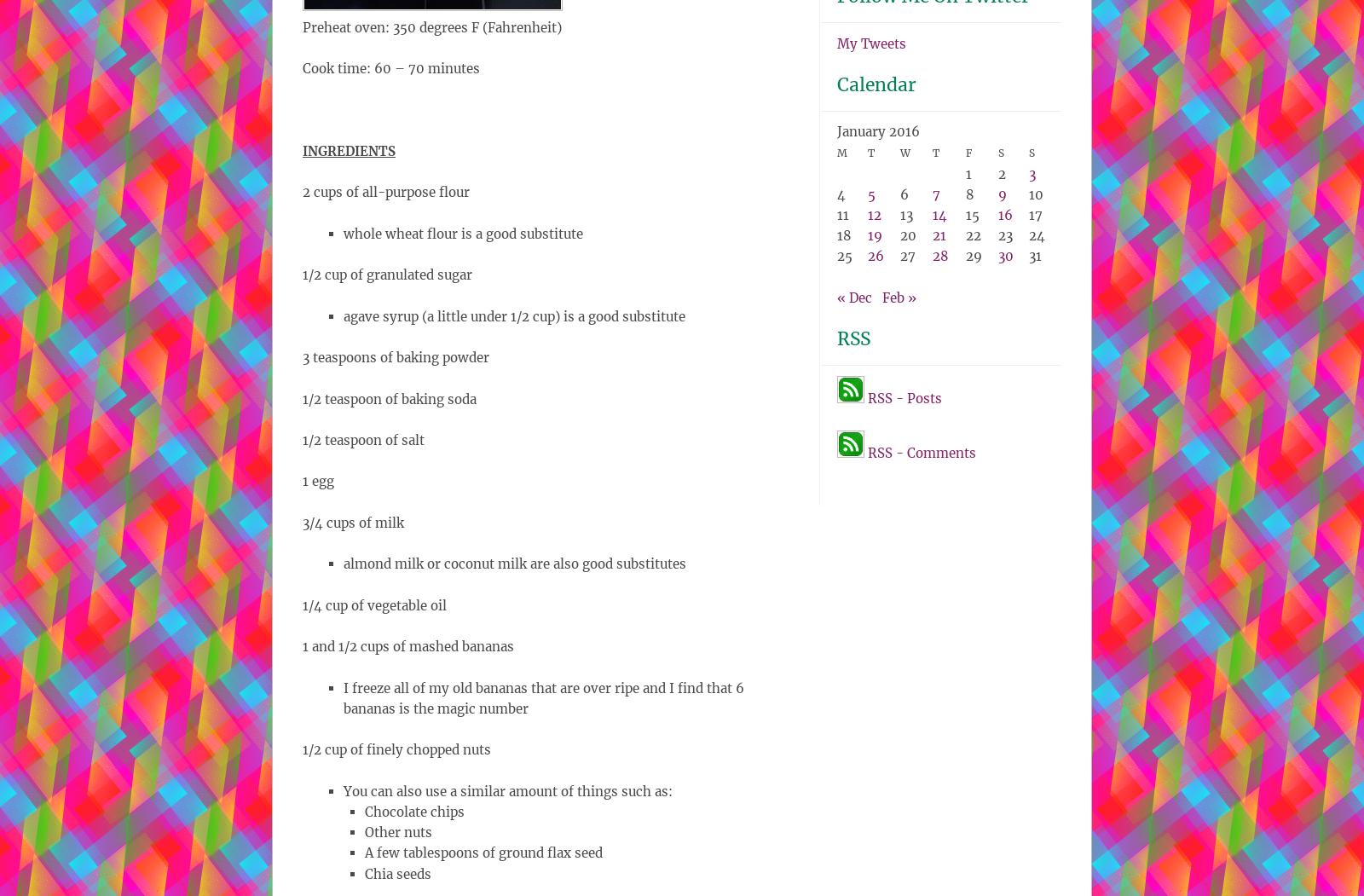  Describe the element at coordinates (386, 274) in the screenshot. I see `'1/2 cup of granulated sugar'` at that location.